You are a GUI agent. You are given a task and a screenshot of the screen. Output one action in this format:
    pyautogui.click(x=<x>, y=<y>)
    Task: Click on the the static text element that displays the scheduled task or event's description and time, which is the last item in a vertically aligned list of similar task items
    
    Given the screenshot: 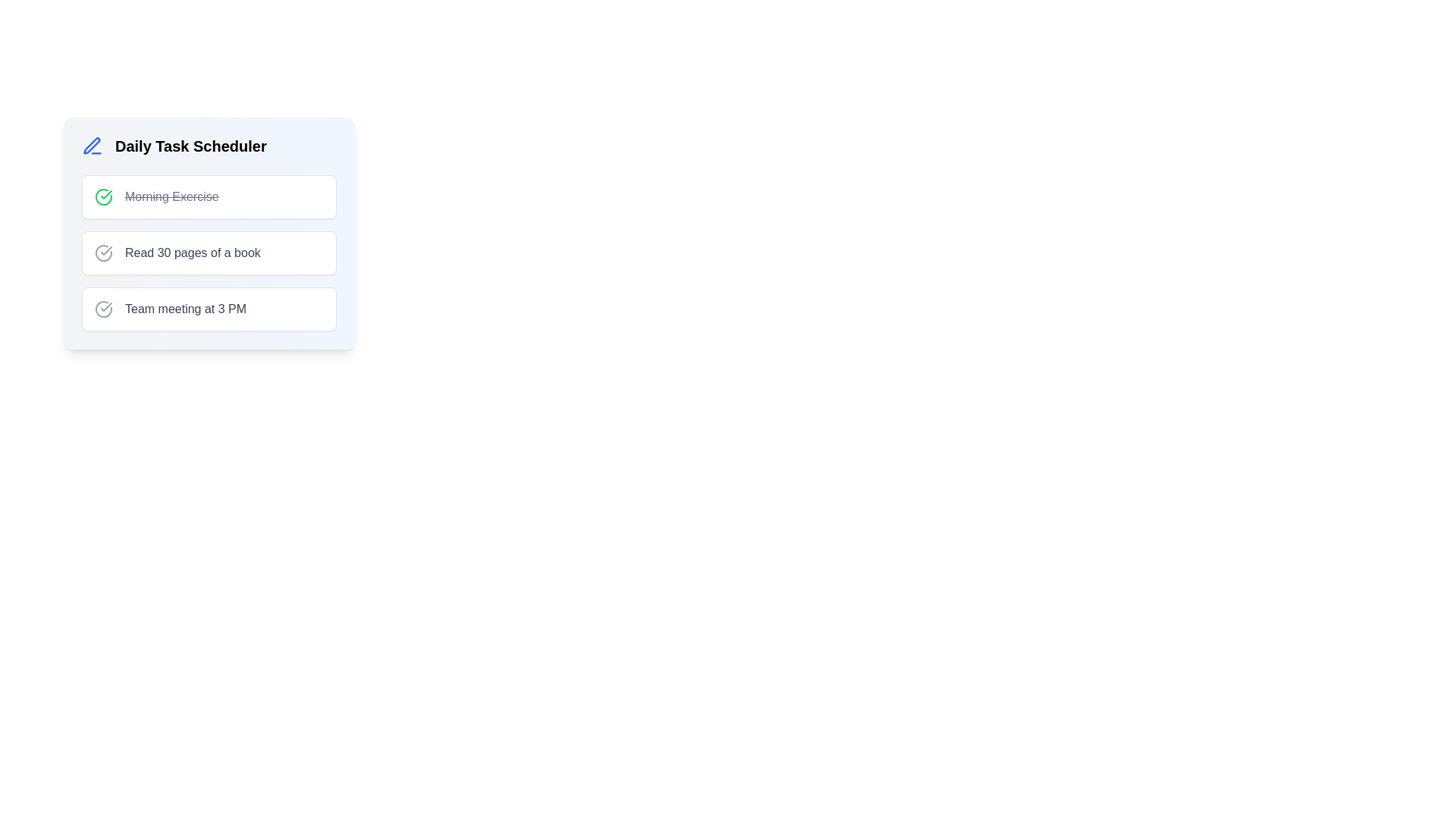 What is the action you would take?
    pyautogui.click(x=184, y=309)
    